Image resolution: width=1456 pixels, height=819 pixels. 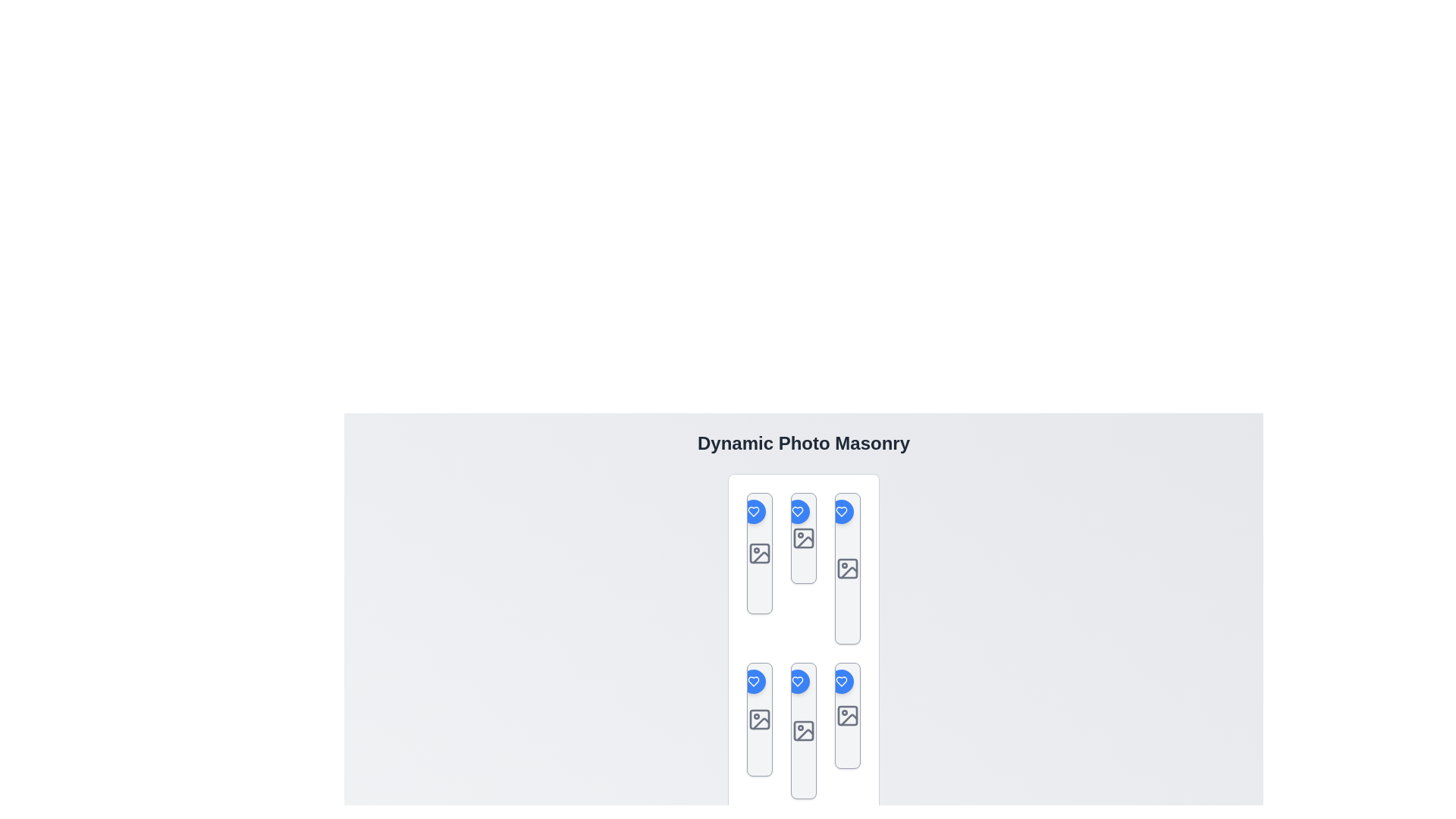 What do you see at coordinates (760, 553) in the screenshot?
I see `the image placeholder icon, which is a square with rounded corners and a smaller filled circle inside, located in the center column of the layout as the second item` at bounding box center [760, 553].